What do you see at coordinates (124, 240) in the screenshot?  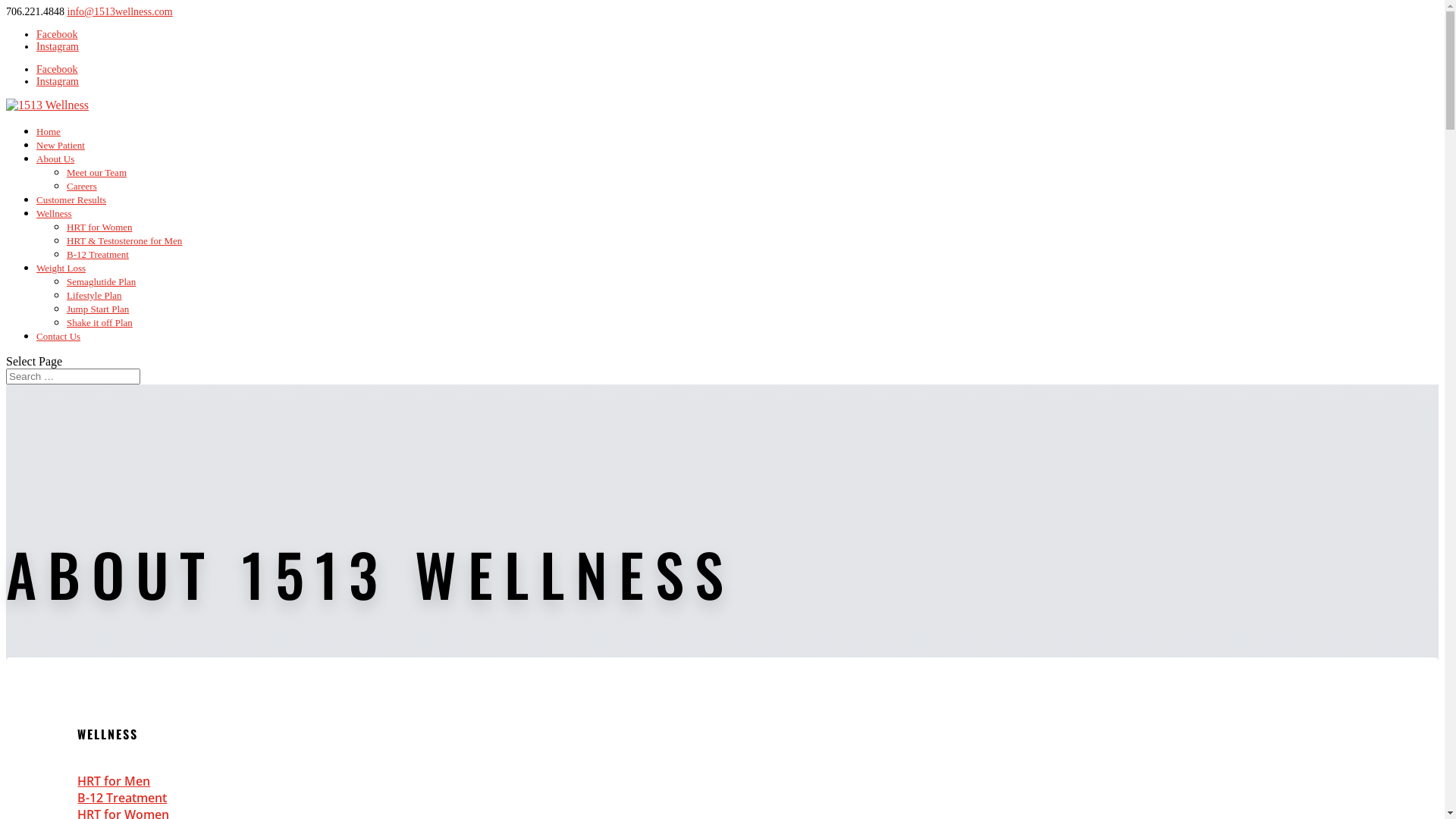 I see `'HRT & Testosterone for Men'` at bounding box center [124, 240].